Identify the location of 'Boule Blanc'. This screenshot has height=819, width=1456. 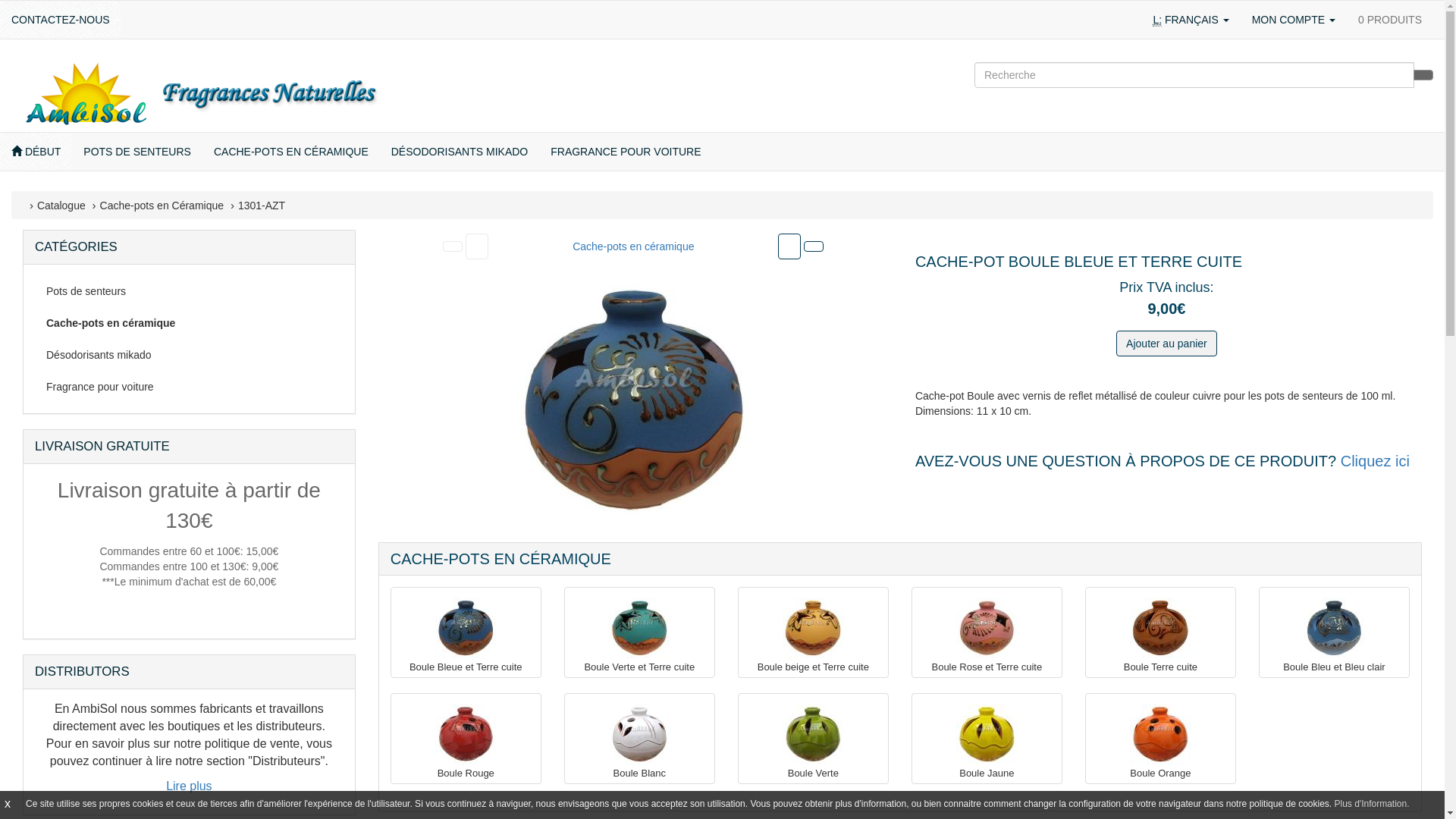
(608, 733).